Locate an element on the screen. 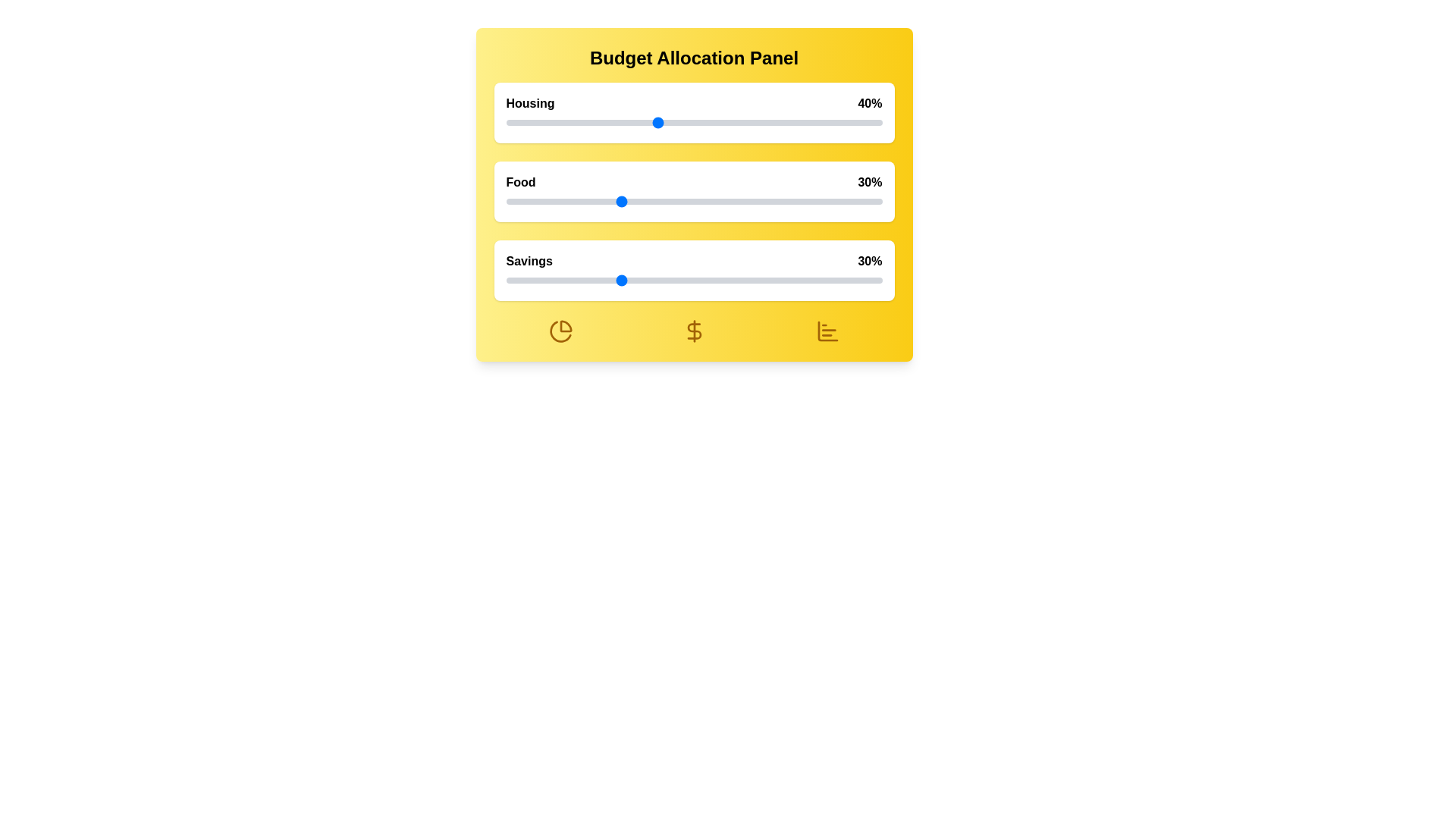 Image resolution: width=1456 pixels, height=819 pixels. the yellow gradient budget allocation panel that contains sections for 'Housing', 'Food', and 'Savings' to interact with it is located at coordinates (693, 194).